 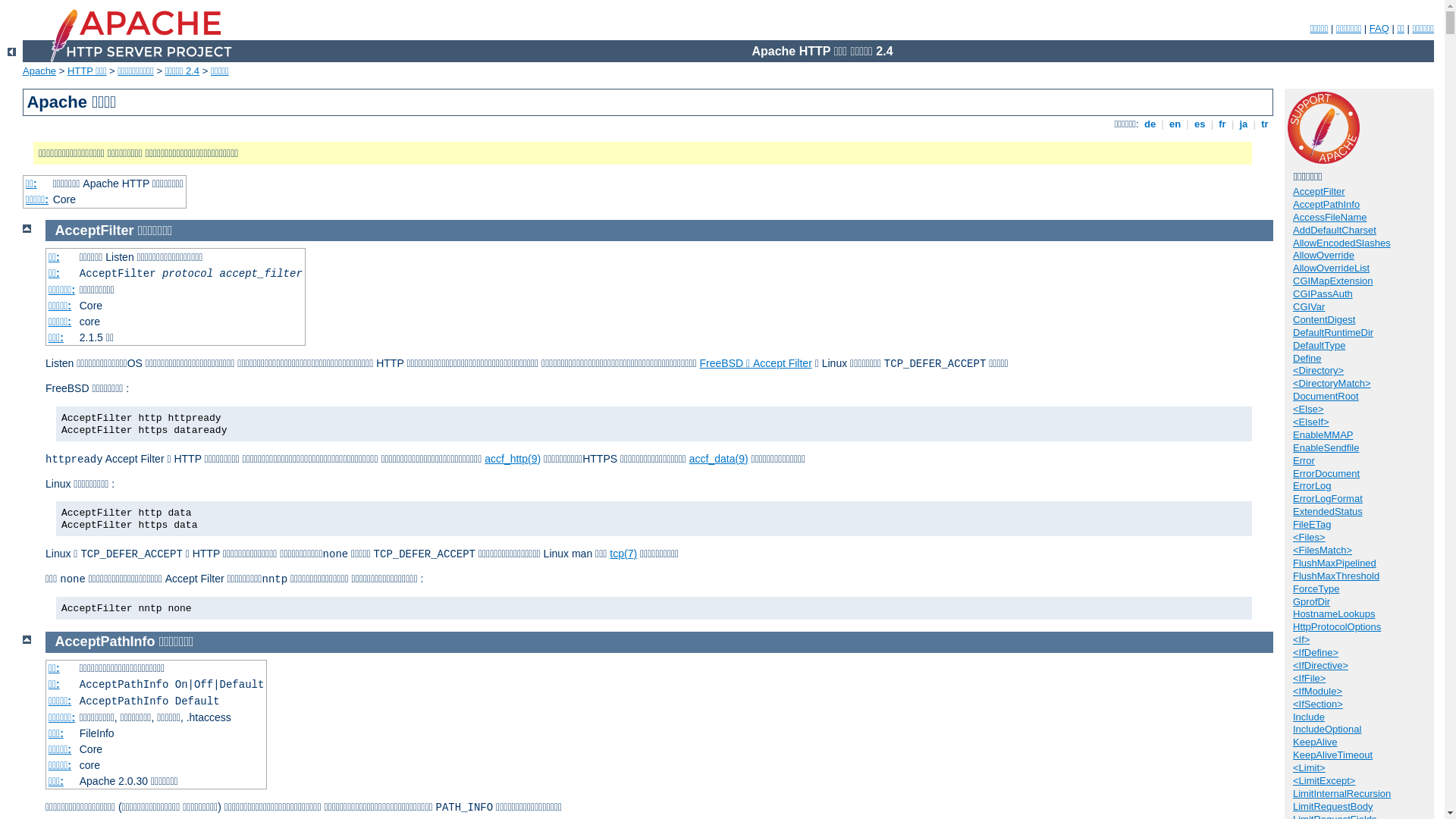 What do you see at coordinates (1335, 563) in the screenshot?
I see `'FlushMaxPipelined'` at bounding box center [1335, 563].